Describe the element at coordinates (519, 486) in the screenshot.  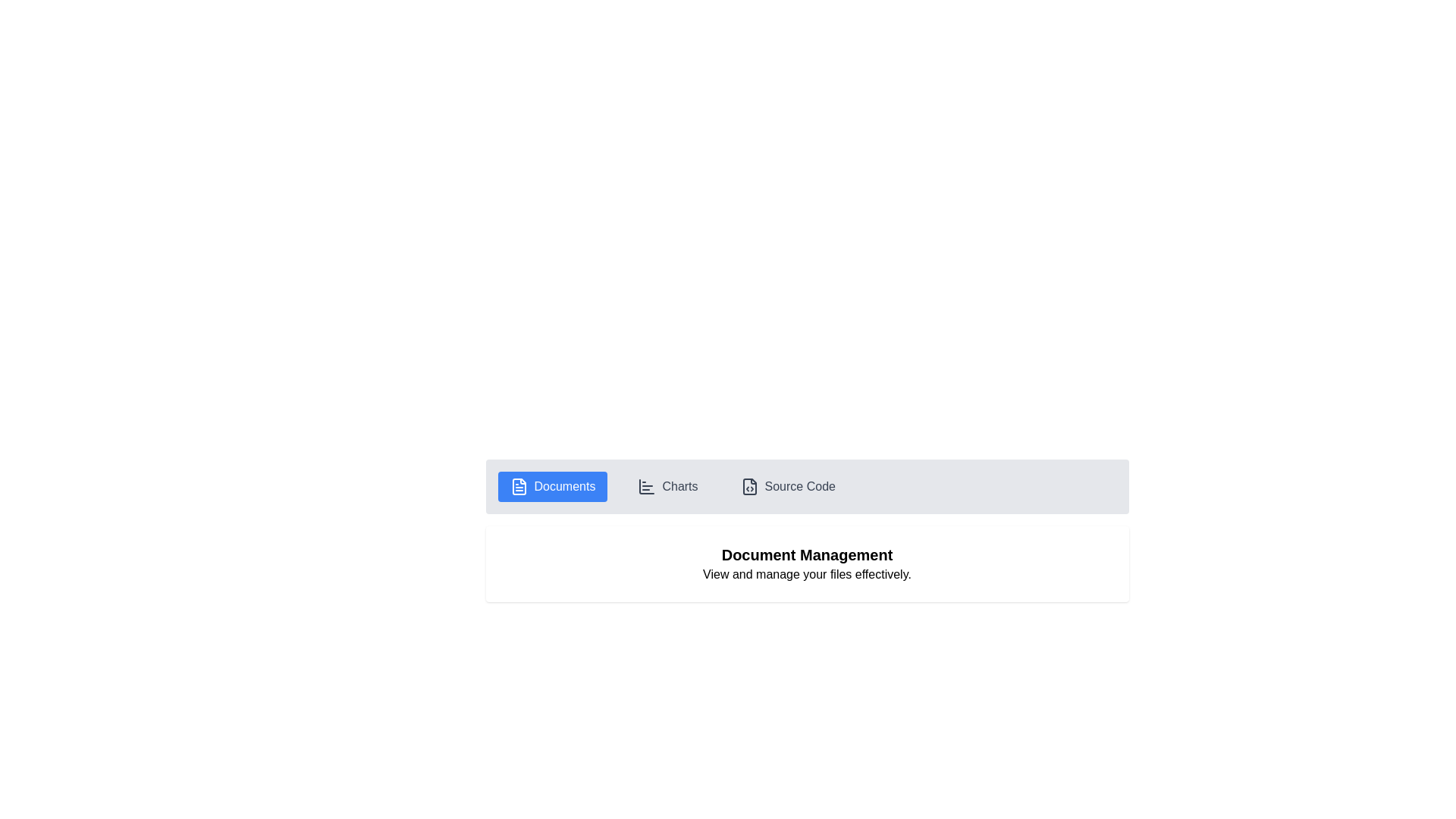
I see `the decorative icon located on the left side of the 'Documents' button text label` at that location.